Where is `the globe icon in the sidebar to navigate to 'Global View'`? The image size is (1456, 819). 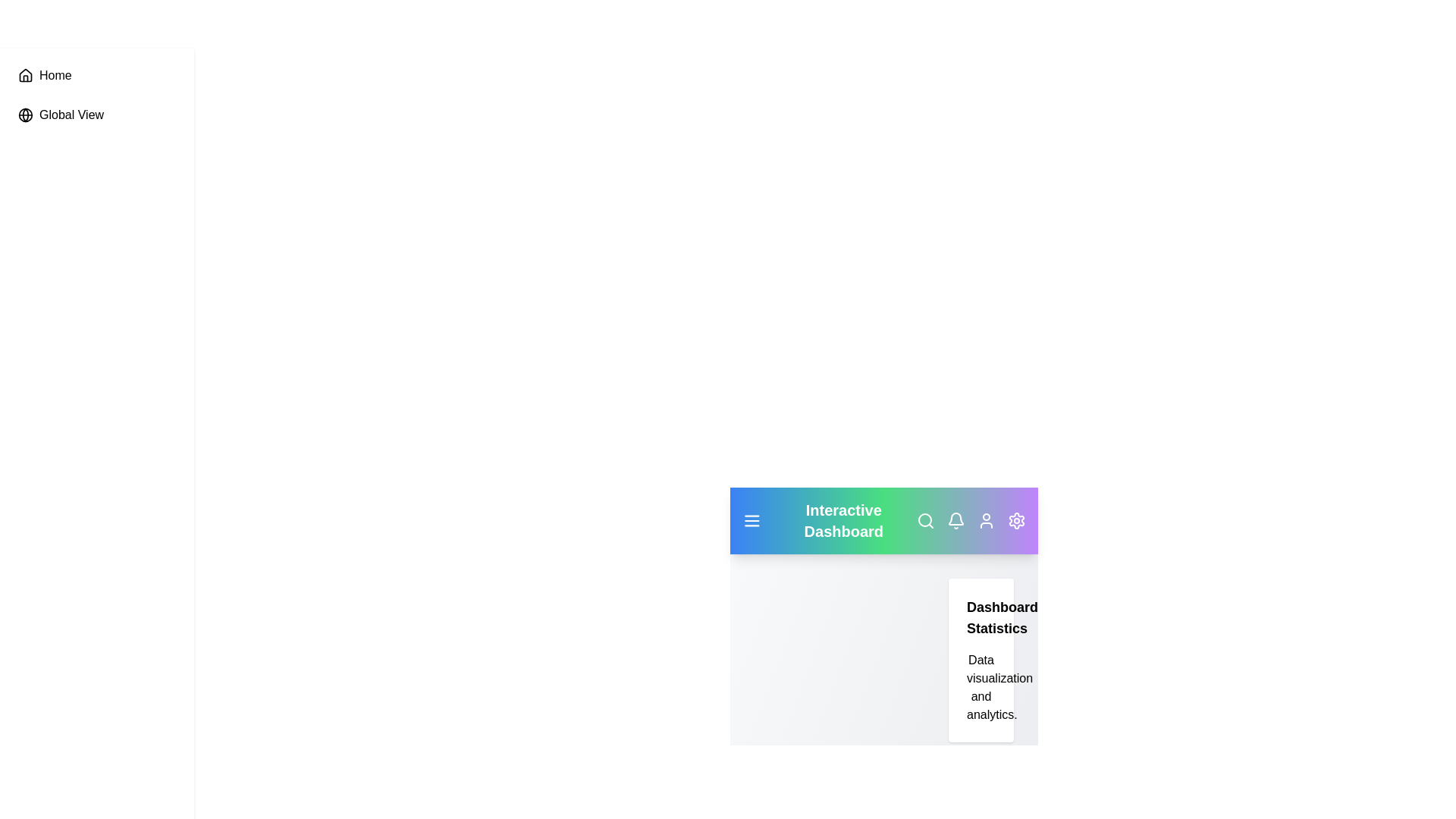 the globe icon in the sidebar to navigate to 'Global View' is located at coordinates (25, 114).